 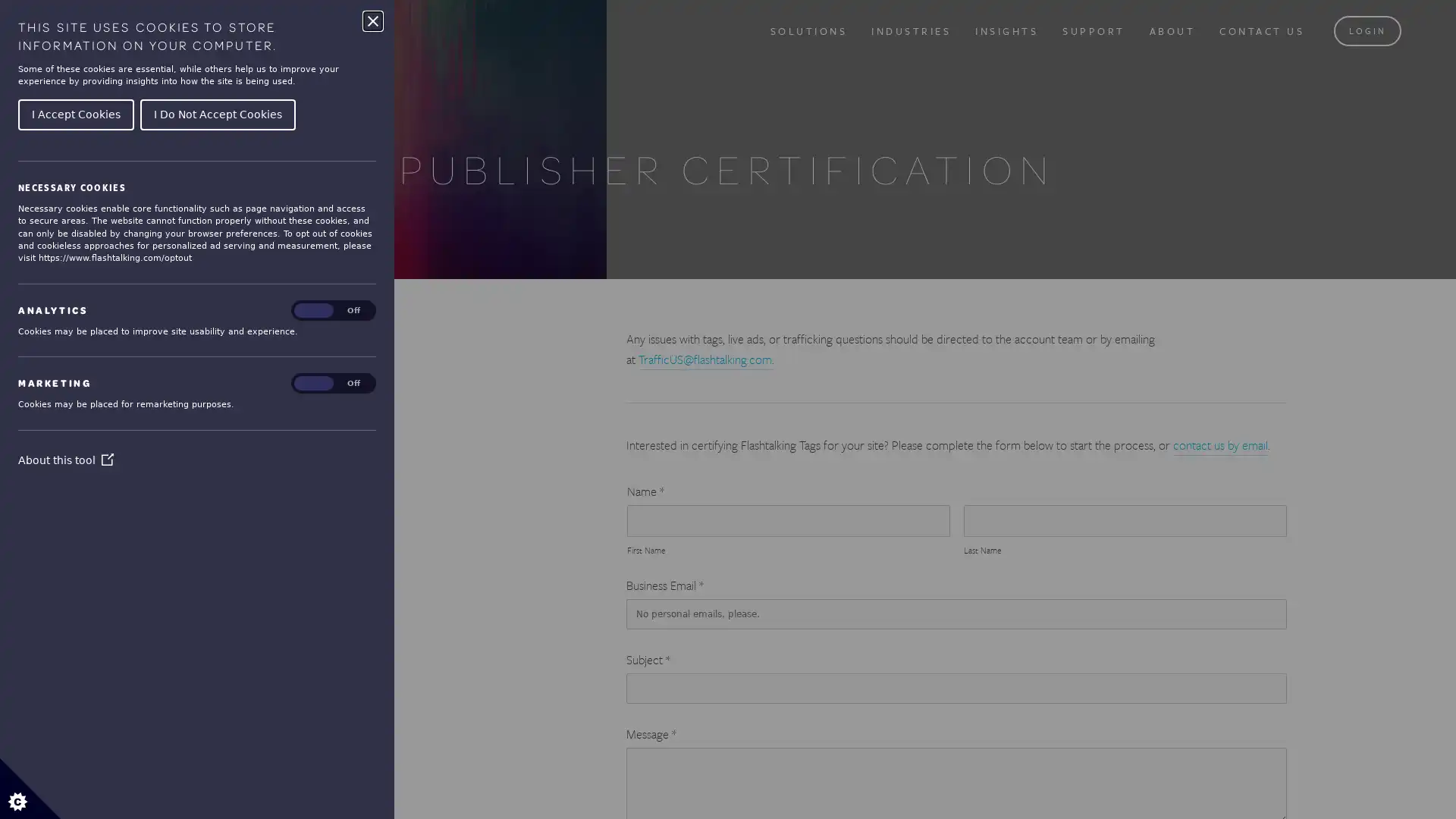 I want to click on I Do Not Accept Cookies, so click(x=217, y=113).